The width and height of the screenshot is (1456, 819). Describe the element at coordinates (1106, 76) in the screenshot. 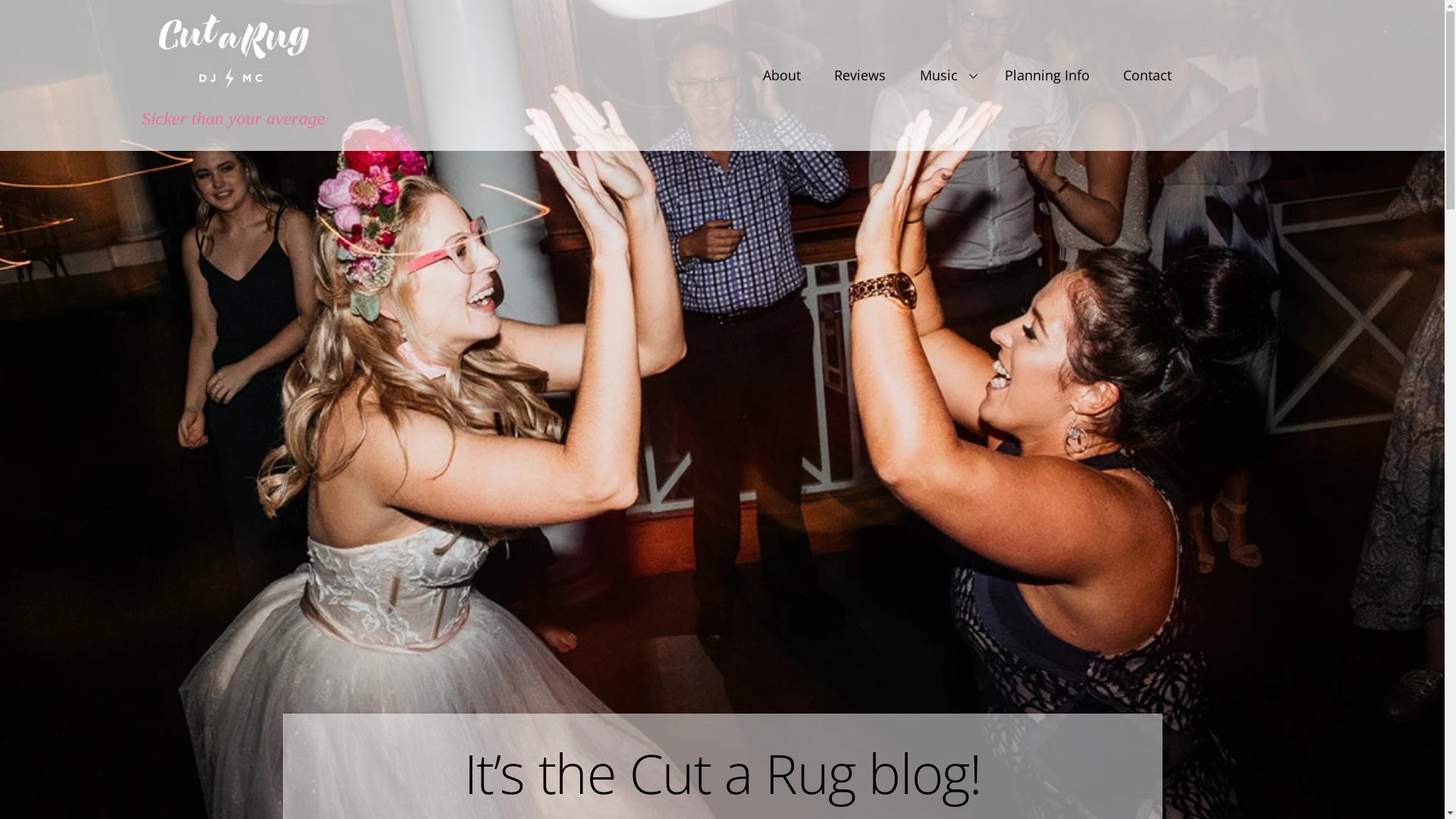

I see `'Contact'` at that location.